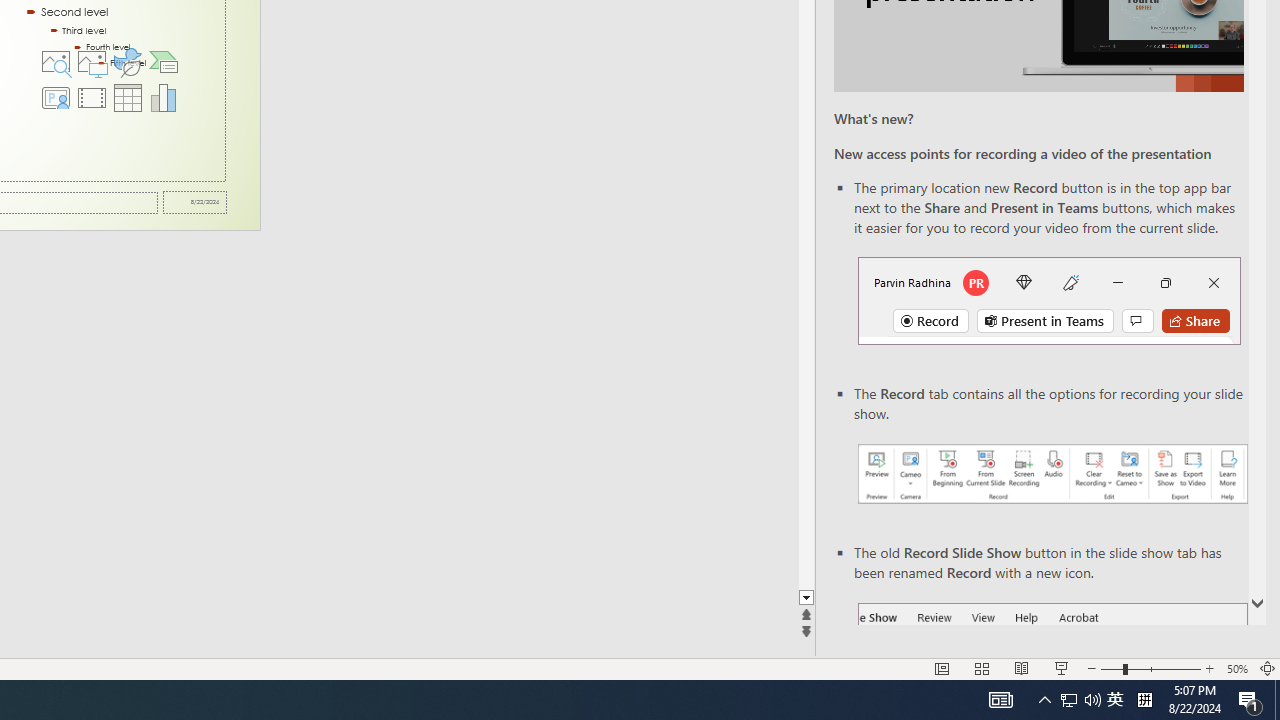 The image size is (1280, 720). What do you see at coordinates (1051, 474) in the screenshot?
I see `'Record your presentations screenshot one'` at bounding box center [1051, 474].